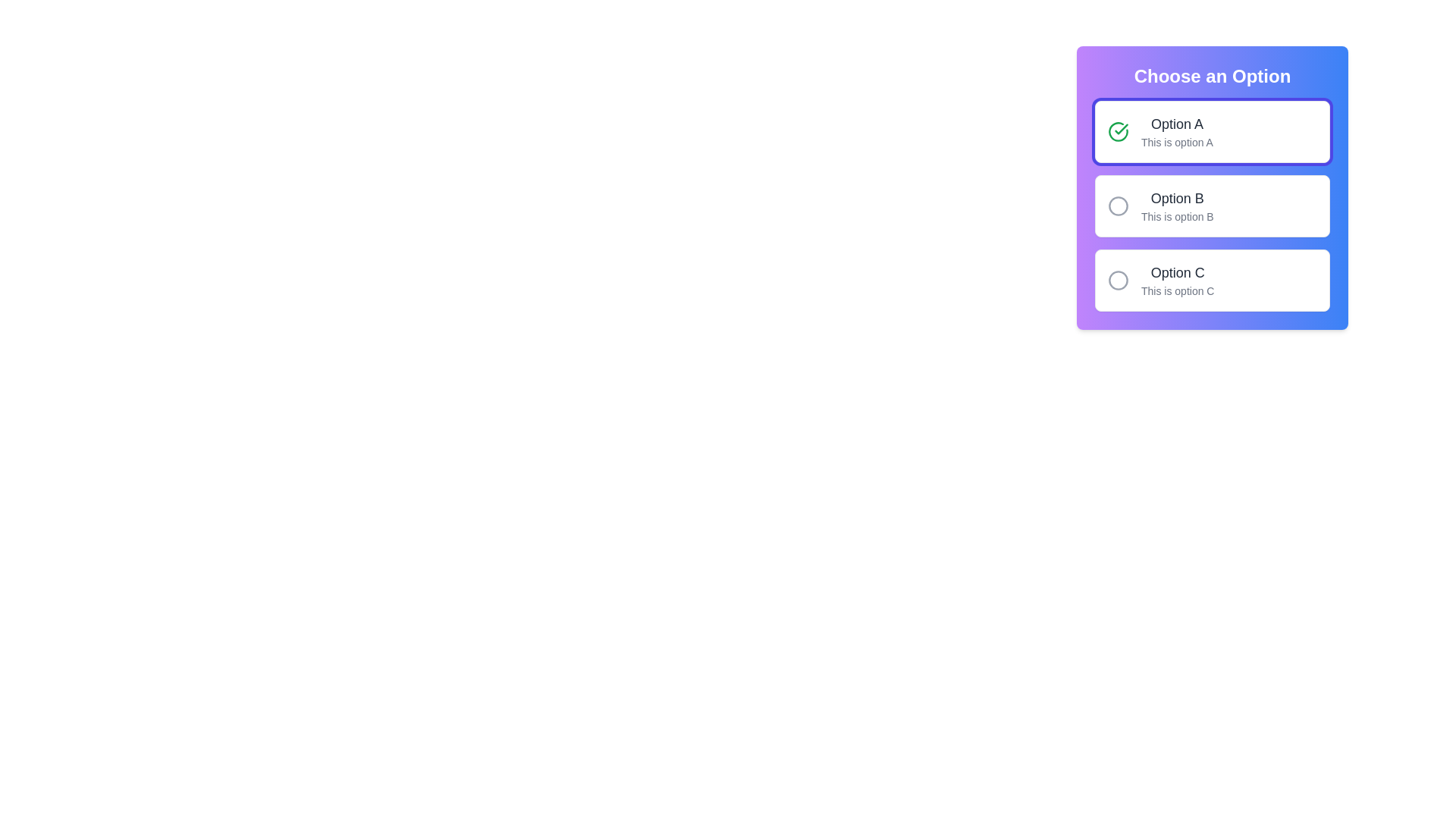  Describe the element at coordinates (1176, 143) in the screenshot. I see `the text label that serves as a description for 'Option A', located underneath the 'Option A' choice in the vertical layout` at that location.